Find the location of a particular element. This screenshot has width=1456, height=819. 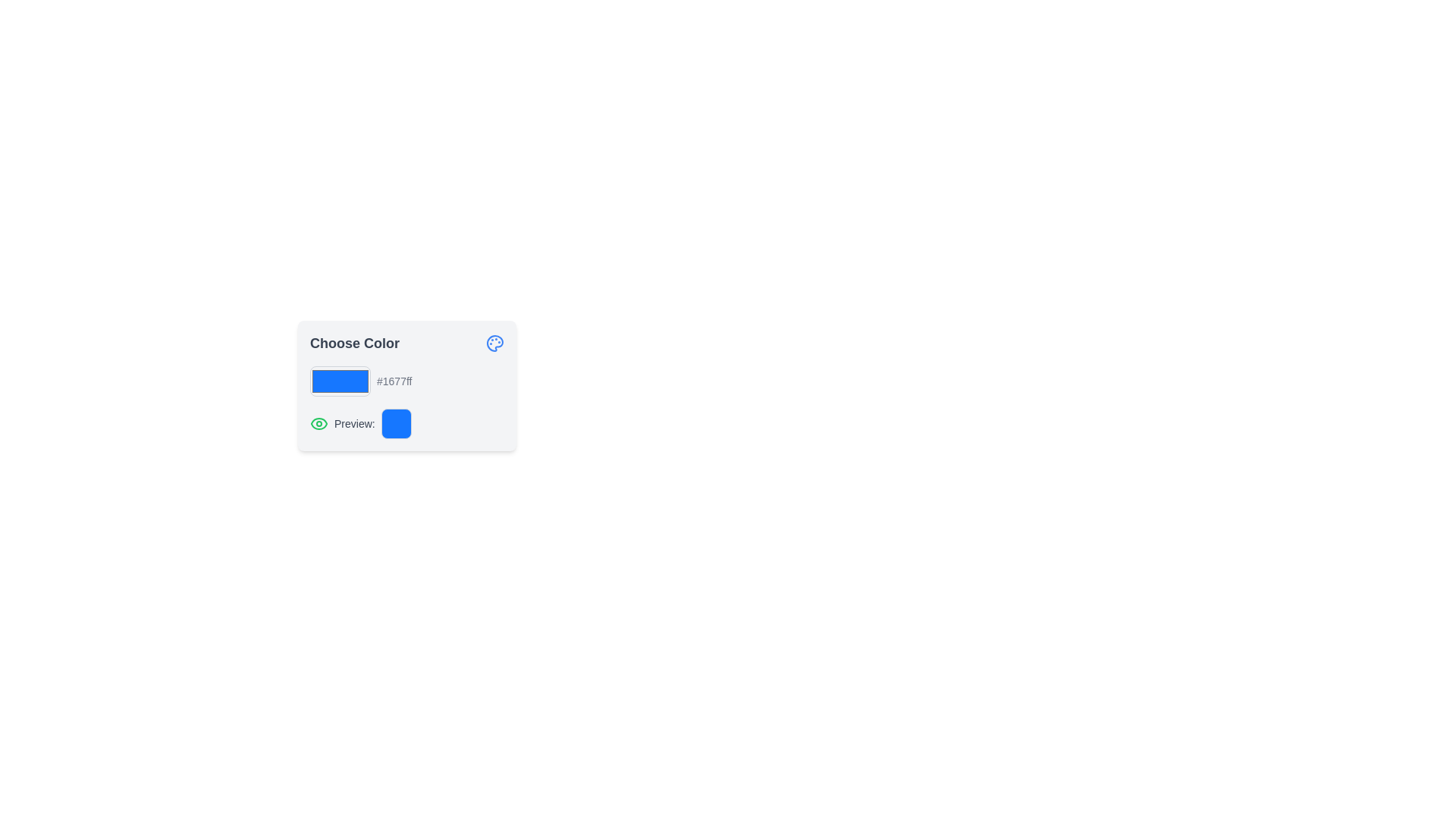

the green eye icon located leftmost in the group labeled 'Preview:', which signifies a visual indication or preview is located at coordinates (318, 424).